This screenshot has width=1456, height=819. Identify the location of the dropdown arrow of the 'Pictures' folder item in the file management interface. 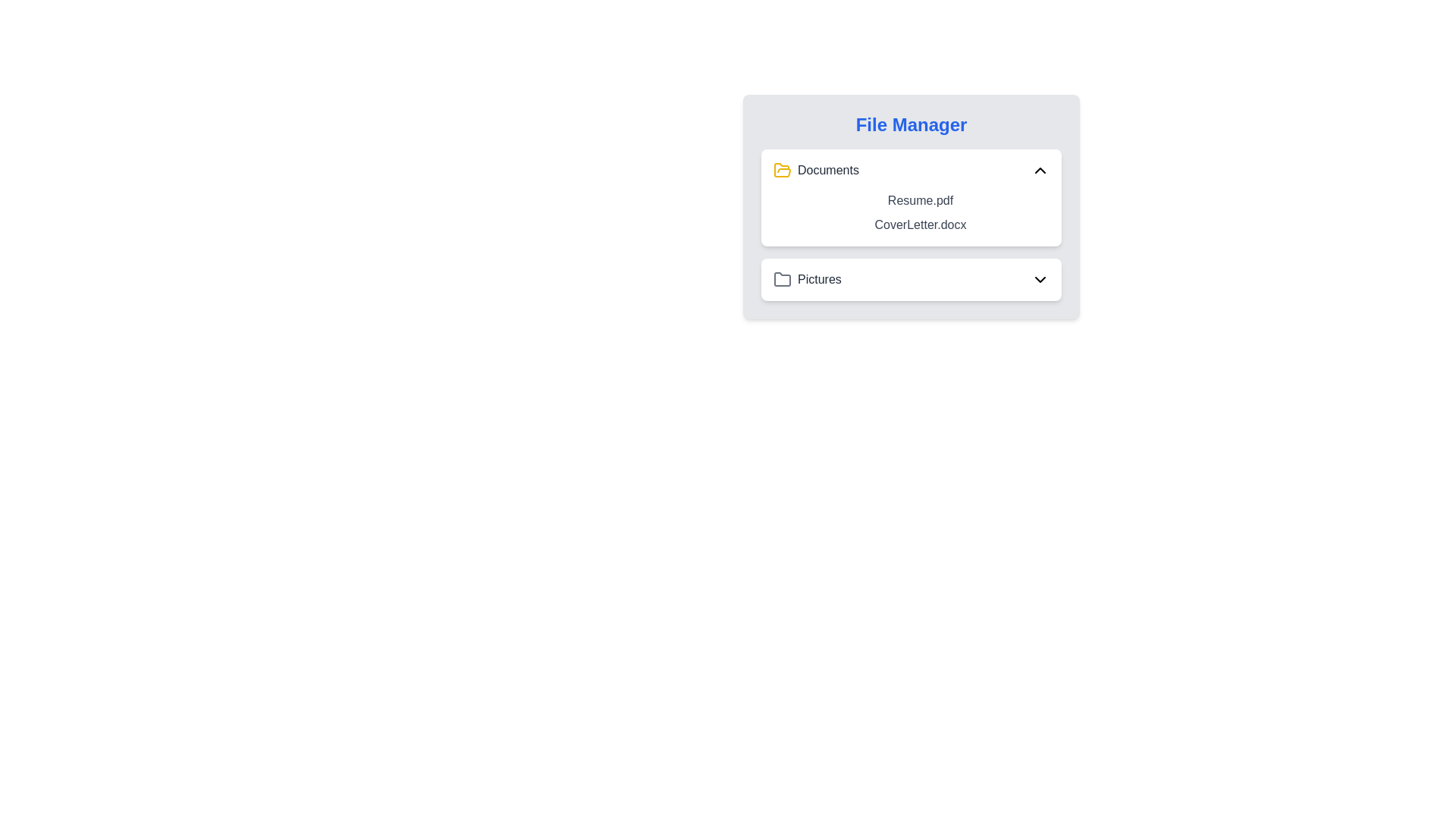
(910, 280).